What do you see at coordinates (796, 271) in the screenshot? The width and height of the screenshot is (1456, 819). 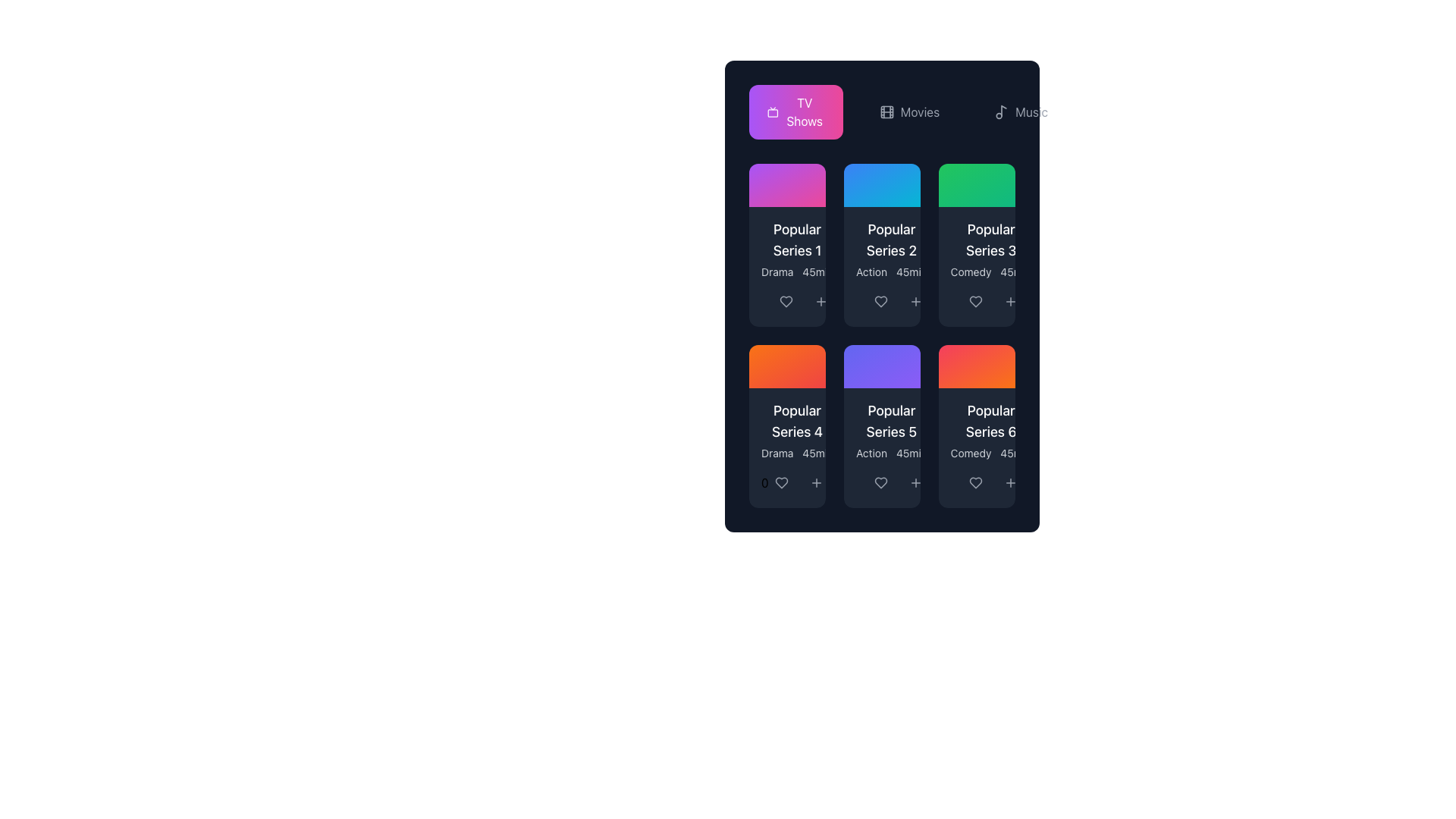 I see `the text label displaying 'Drama 45min', which is styled with a small font size and muted gray color, located beneath the title 'Popular Series 1' in the first item of the grid layout under the 'TV Shows' section` at bounding box center [796, 271].